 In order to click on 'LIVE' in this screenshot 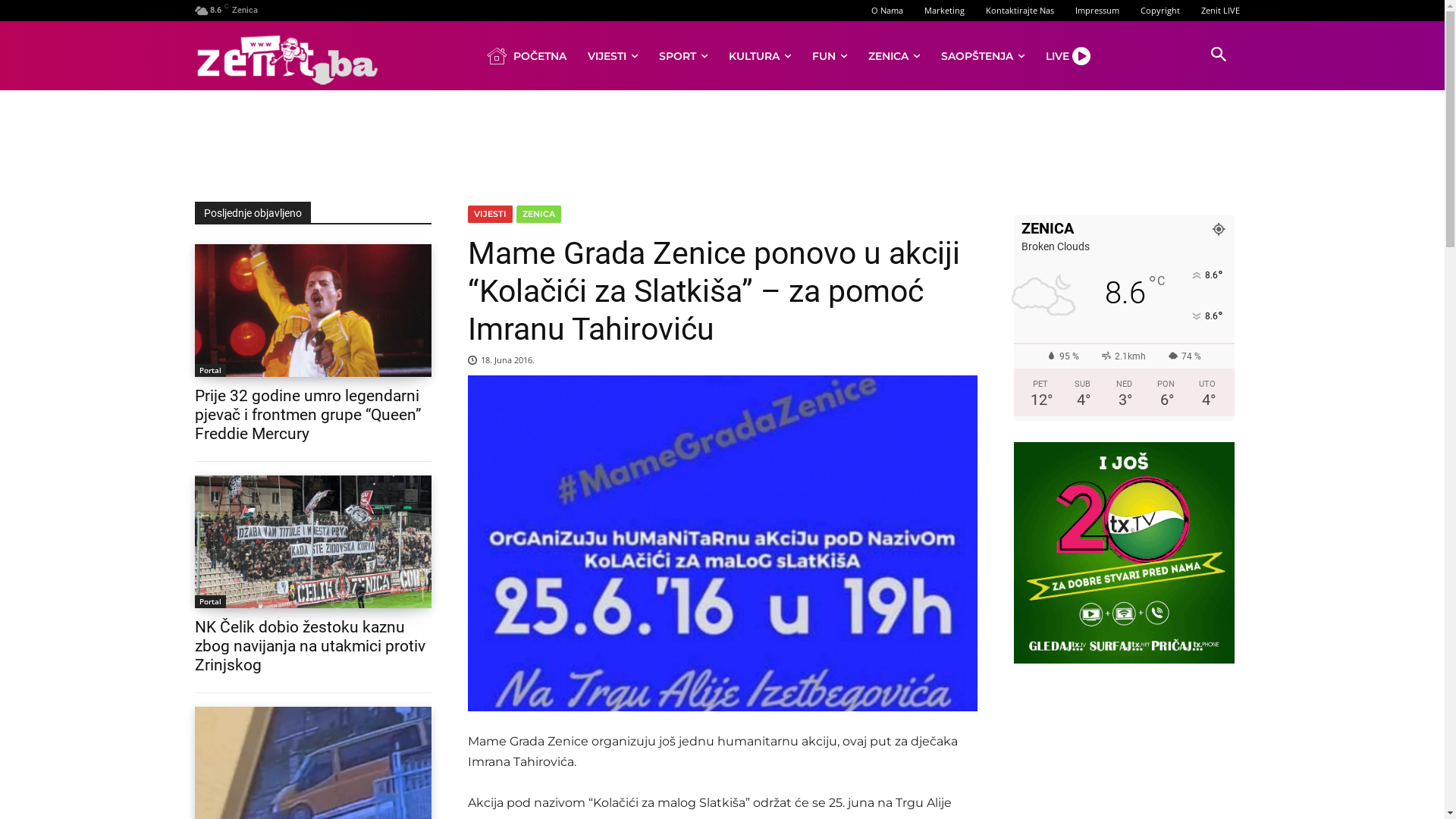, I will do `click(1070, 55)`.